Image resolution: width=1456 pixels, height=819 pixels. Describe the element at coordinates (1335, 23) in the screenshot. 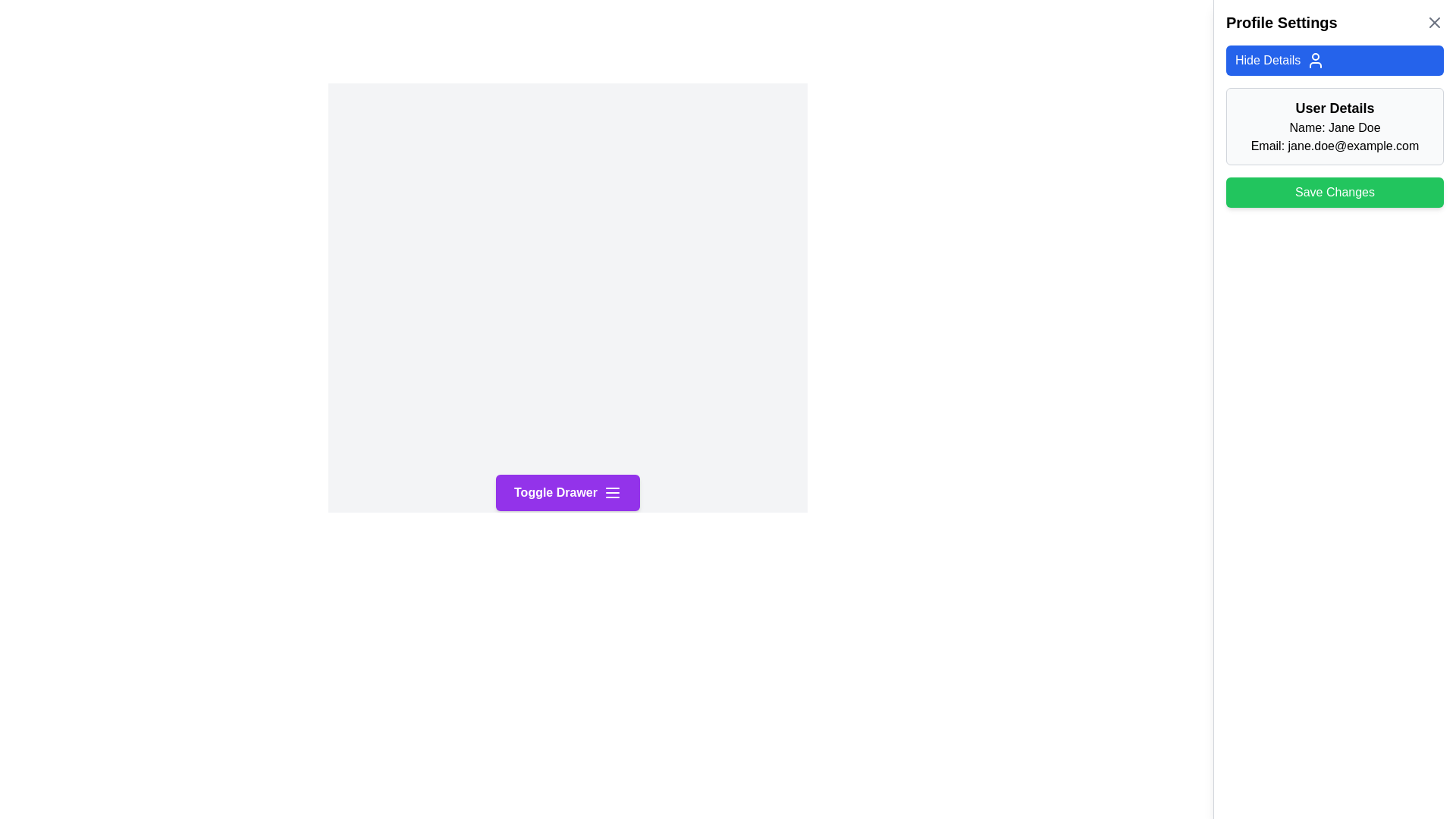

I see `the Text label at the top of the sidebar panel that displays the title related to profile settings` at that location.